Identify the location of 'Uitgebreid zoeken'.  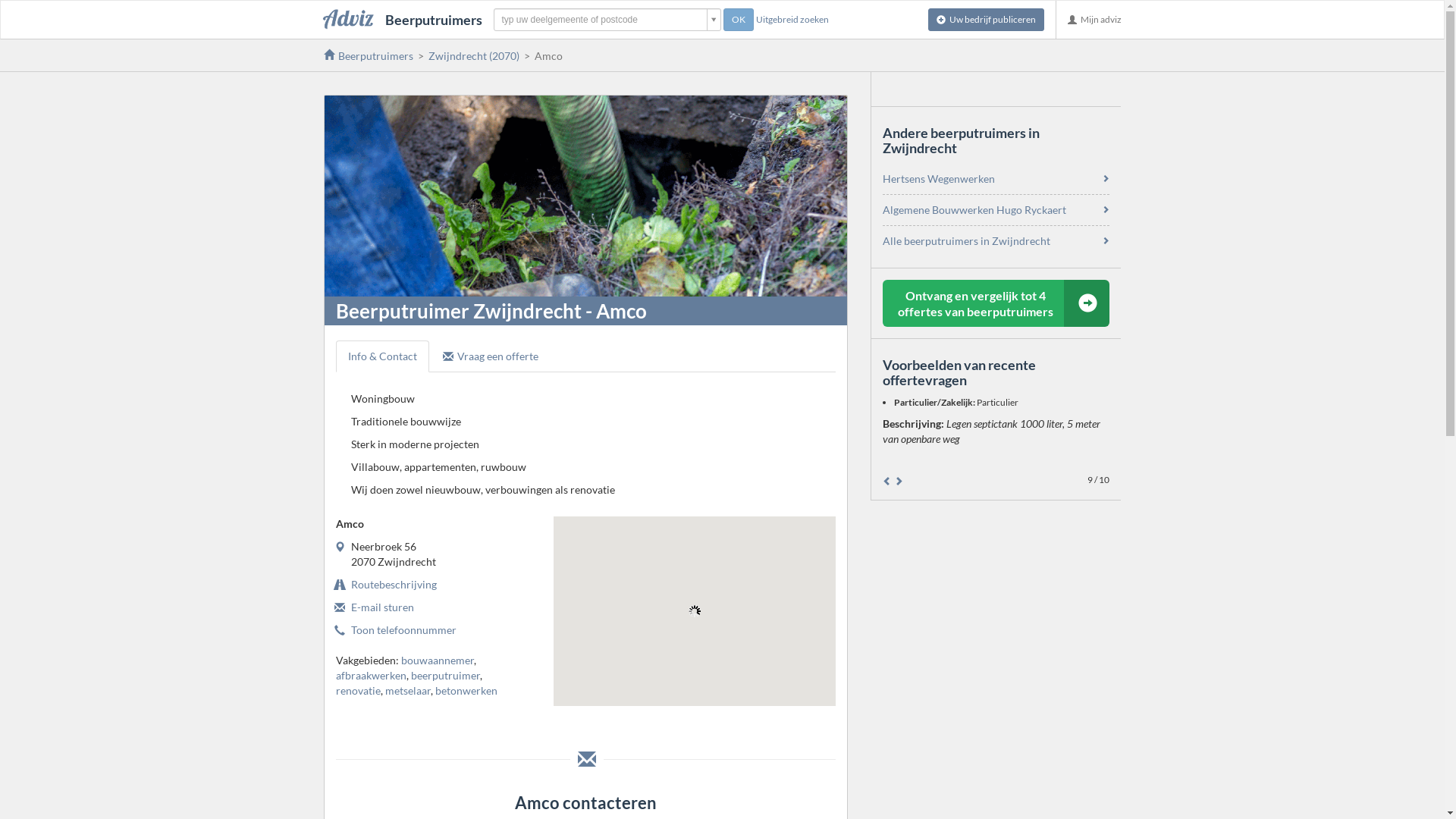
(790, 19).